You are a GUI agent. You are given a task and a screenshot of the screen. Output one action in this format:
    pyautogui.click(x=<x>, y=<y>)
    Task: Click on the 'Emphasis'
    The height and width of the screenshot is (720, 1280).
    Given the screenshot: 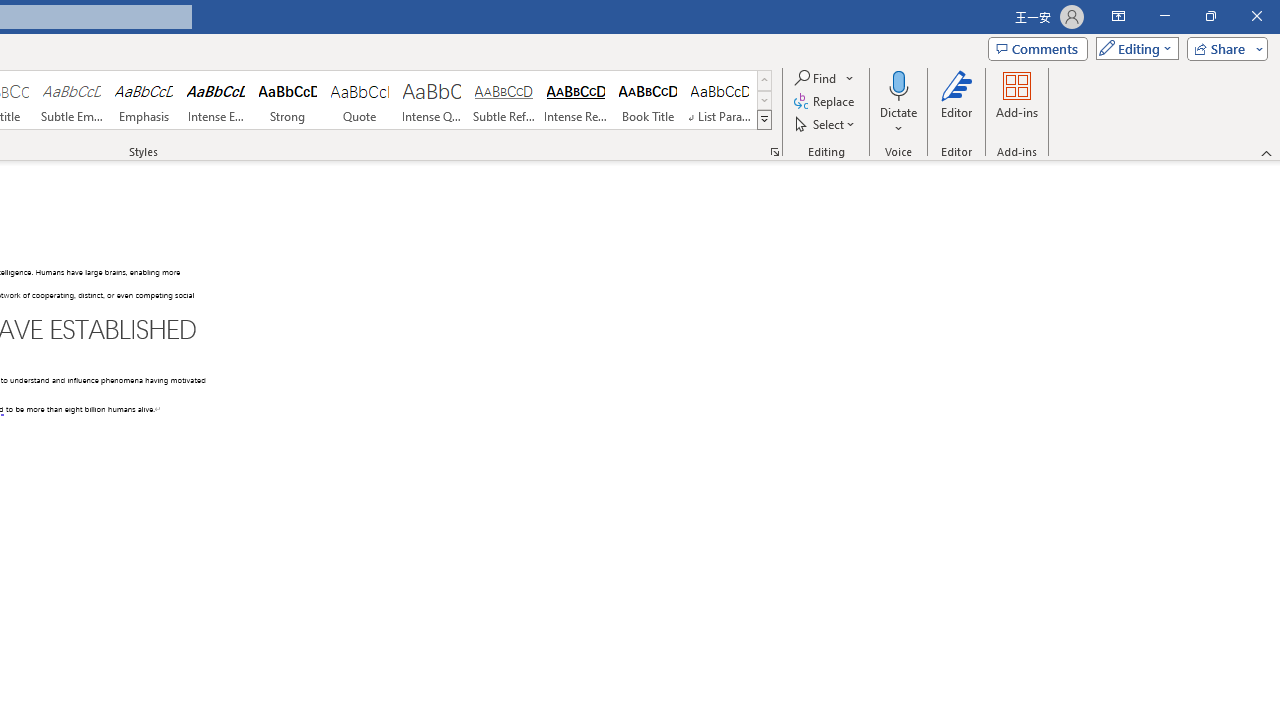 What is the action you would take?
    pyautogui.click(x=143, y=100)
    